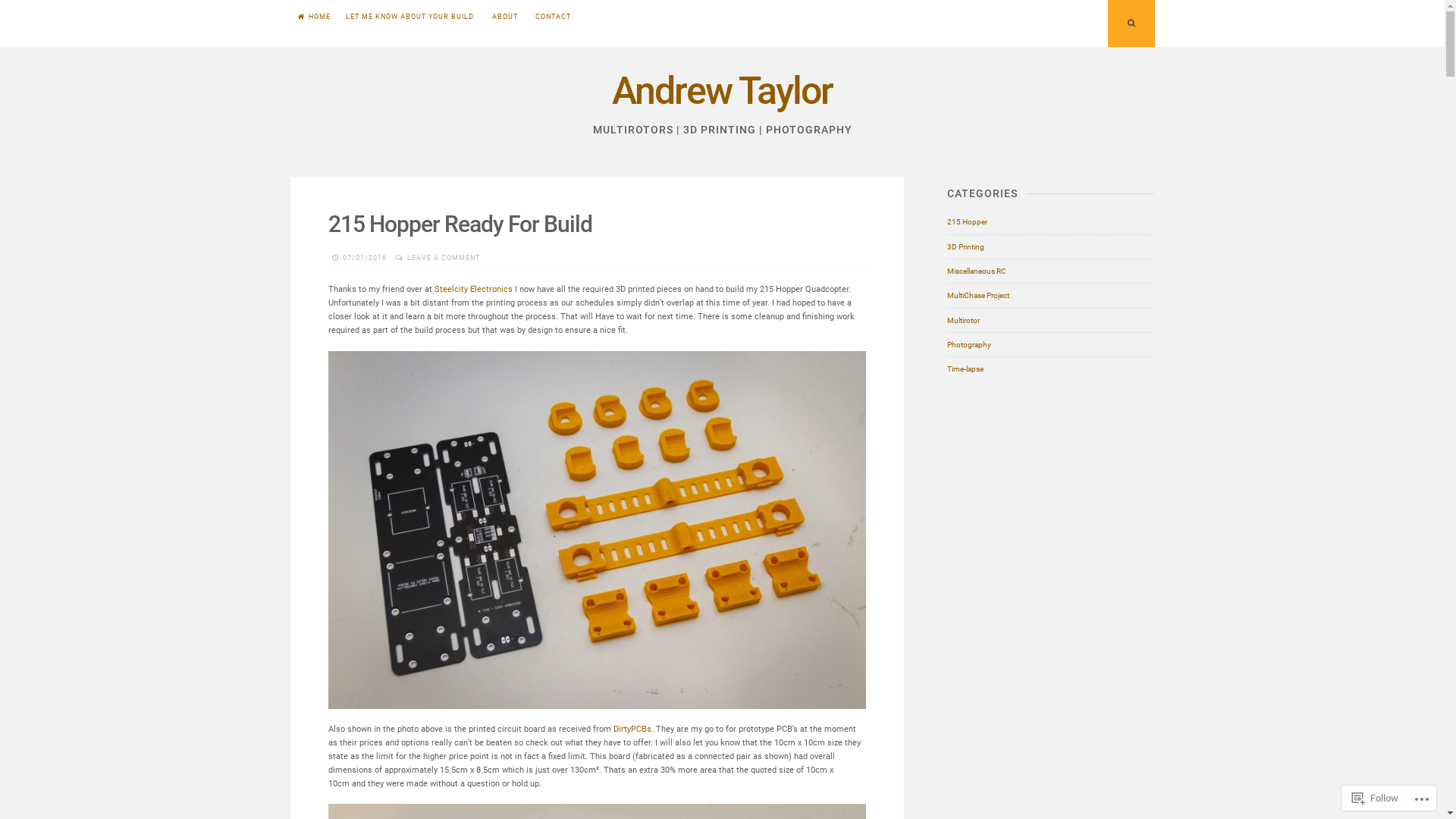 The width and height of the screenshot is (1456, 819). What do you see at coordinates (946, 271) in the screenshot?
I see `'Miscellaneous RC'` at bounding box center [946, 271].